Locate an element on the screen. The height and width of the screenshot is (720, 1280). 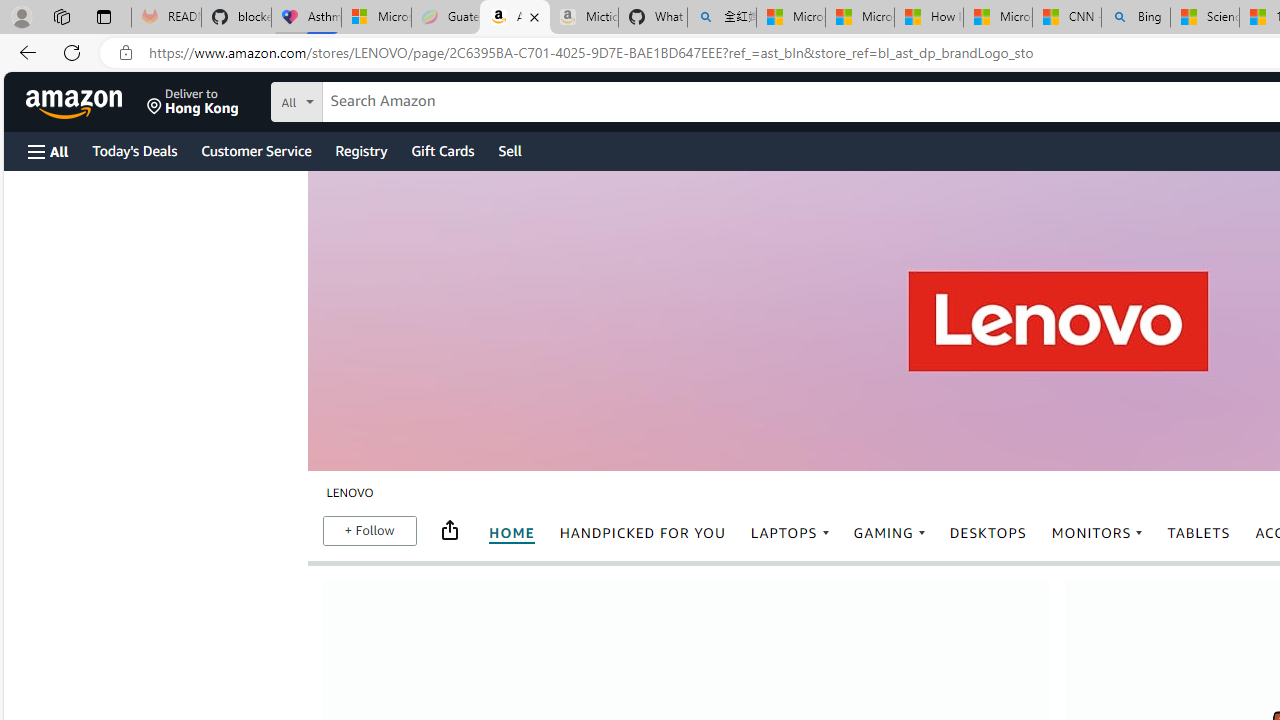
'HANDPICKED FOR YOU' is located at coordinates (642, 532).